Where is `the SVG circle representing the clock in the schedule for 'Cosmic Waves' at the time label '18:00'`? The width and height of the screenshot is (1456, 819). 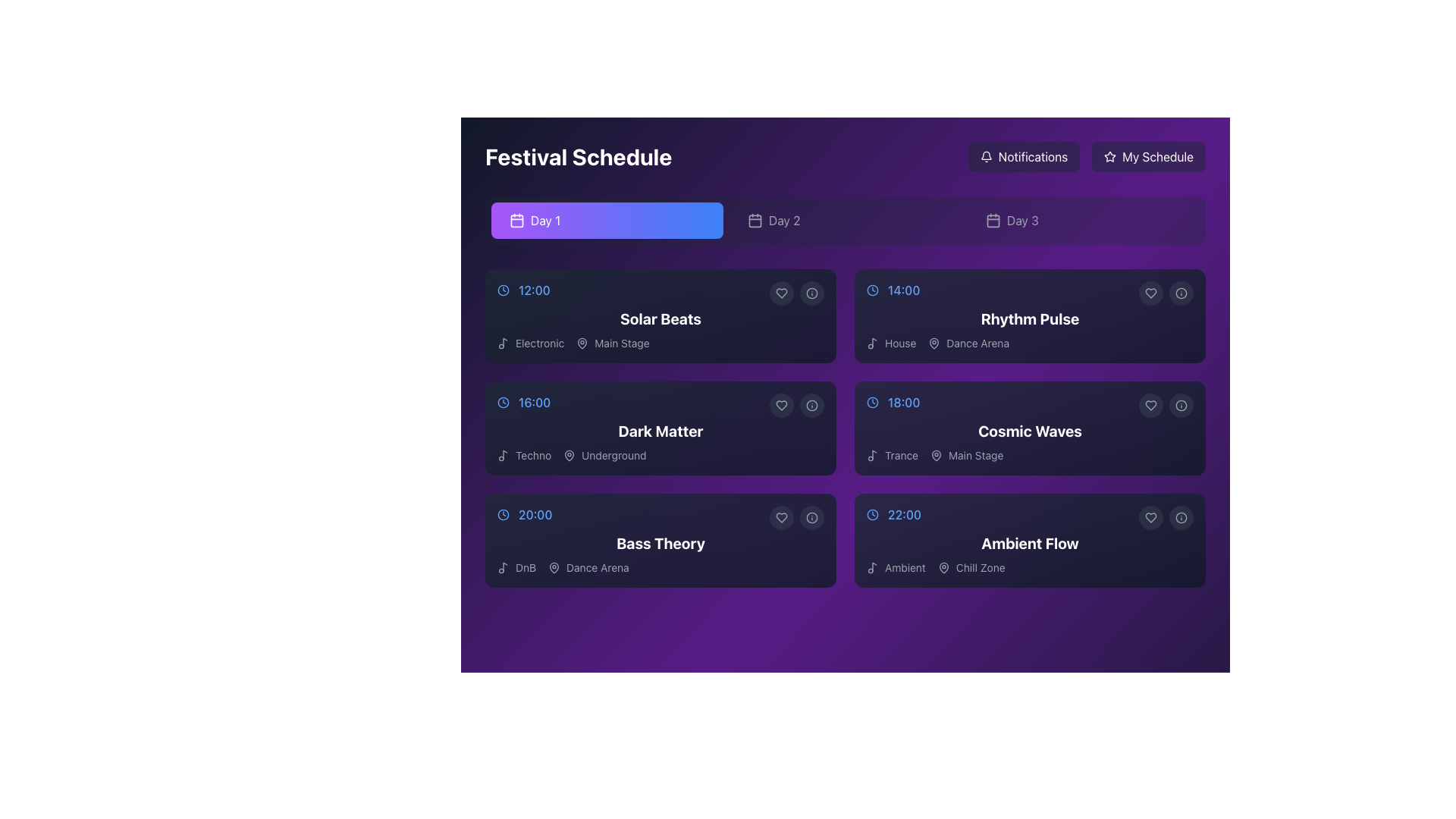 the SVG circle representing the clock in the schedule for 'Cosmic Waves' at the time label '18:00' is located at coordinates (873, 402).